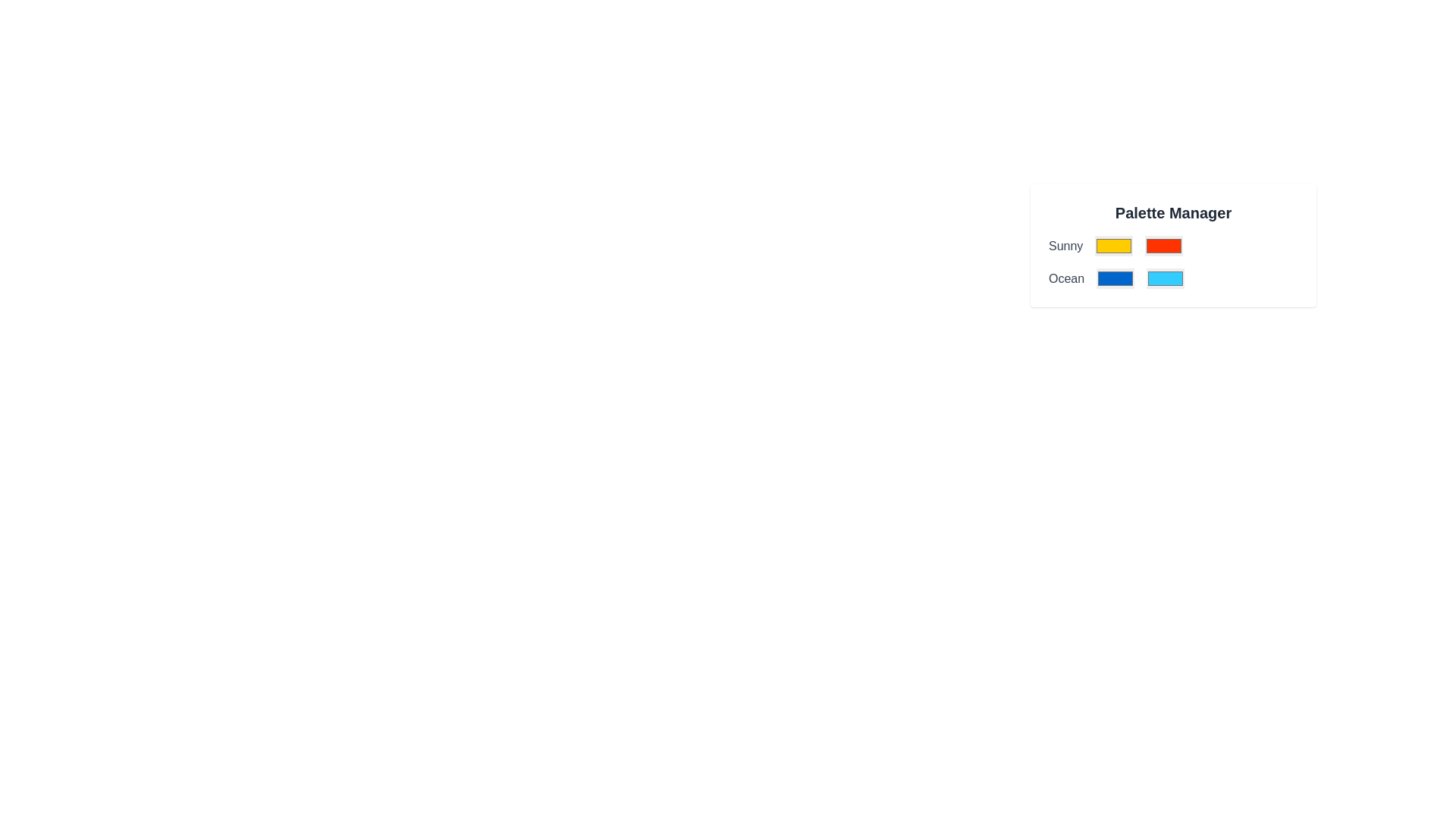 The image size is (1456, 819). Describe the element at coordinates (1163, 245) in the screenshot. I see `the red color picker, which is the second color option in the 'Sunny' row of the color palette interface` at that location.